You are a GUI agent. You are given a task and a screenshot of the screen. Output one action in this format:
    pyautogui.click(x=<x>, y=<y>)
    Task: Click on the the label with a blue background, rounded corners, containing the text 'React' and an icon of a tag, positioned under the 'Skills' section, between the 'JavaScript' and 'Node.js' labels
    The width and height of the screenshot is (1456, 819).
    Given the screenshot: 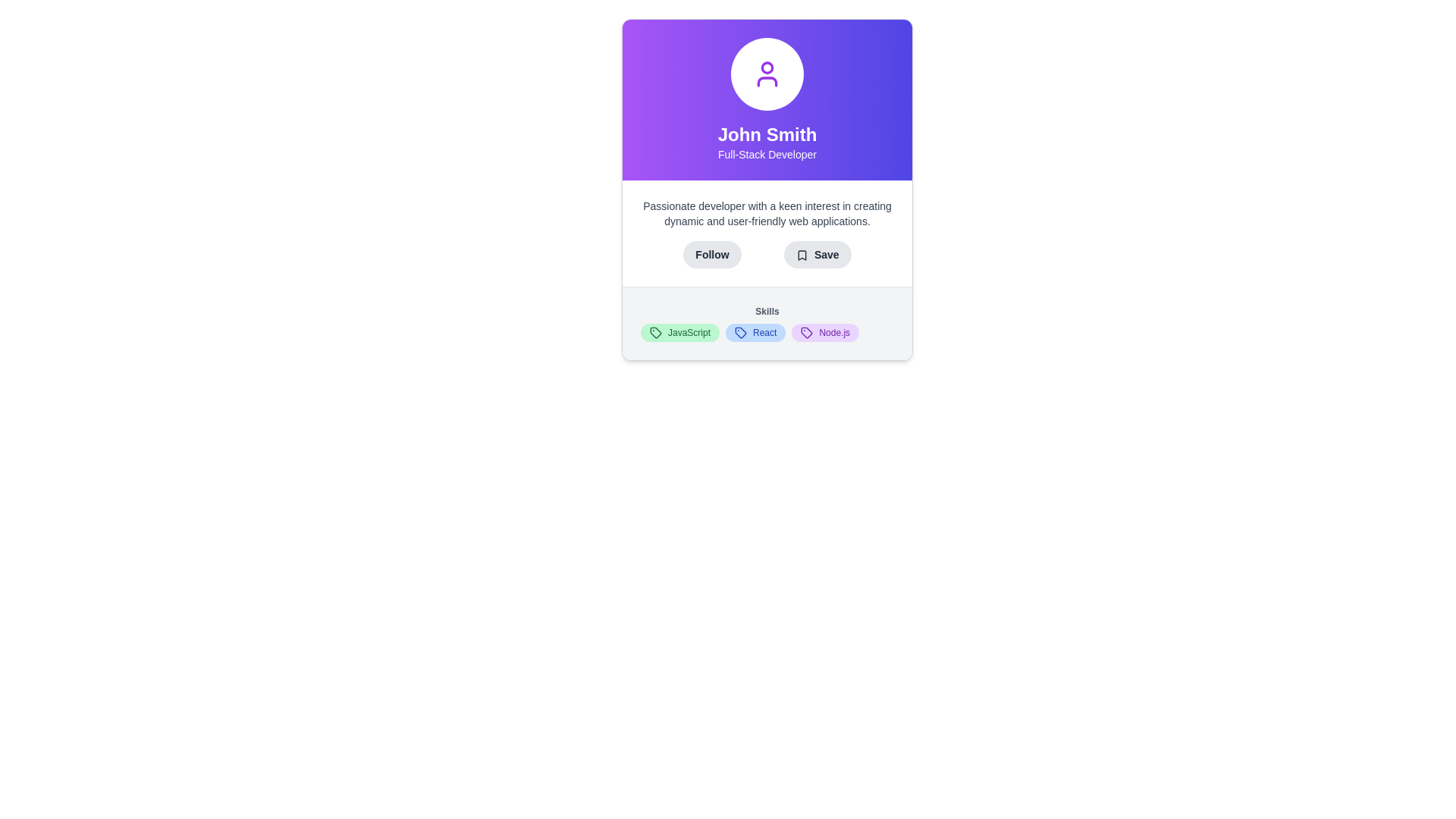 What is the action you would take?
    pyautogui.click(x=755, y=332)
    